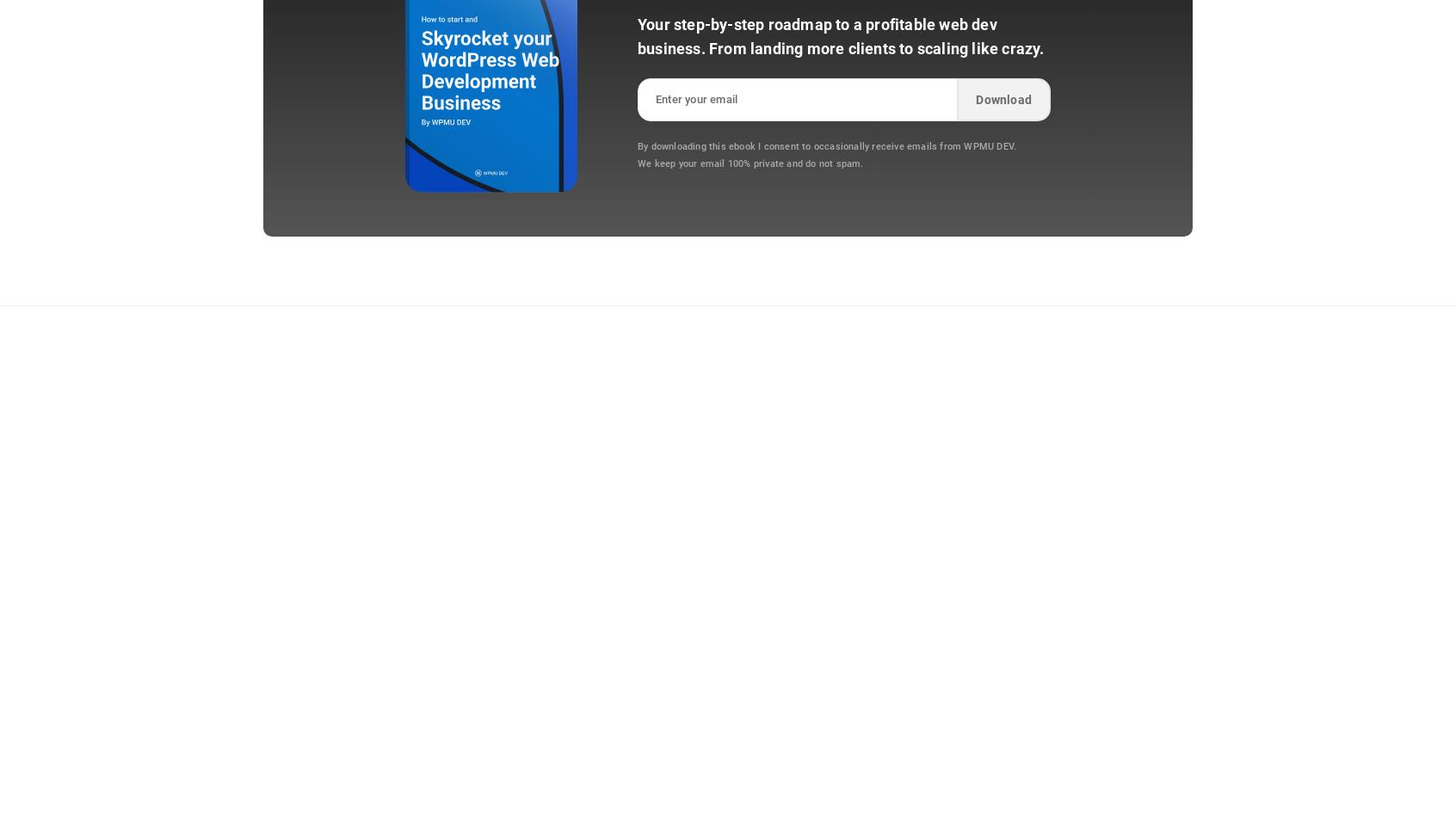 Image resolution: width=1456 pixels, height=838 pixels. What do you see at coordinates (924, 443) in the screenshot?
I see `'Support'` at bounding box center [924, 443].